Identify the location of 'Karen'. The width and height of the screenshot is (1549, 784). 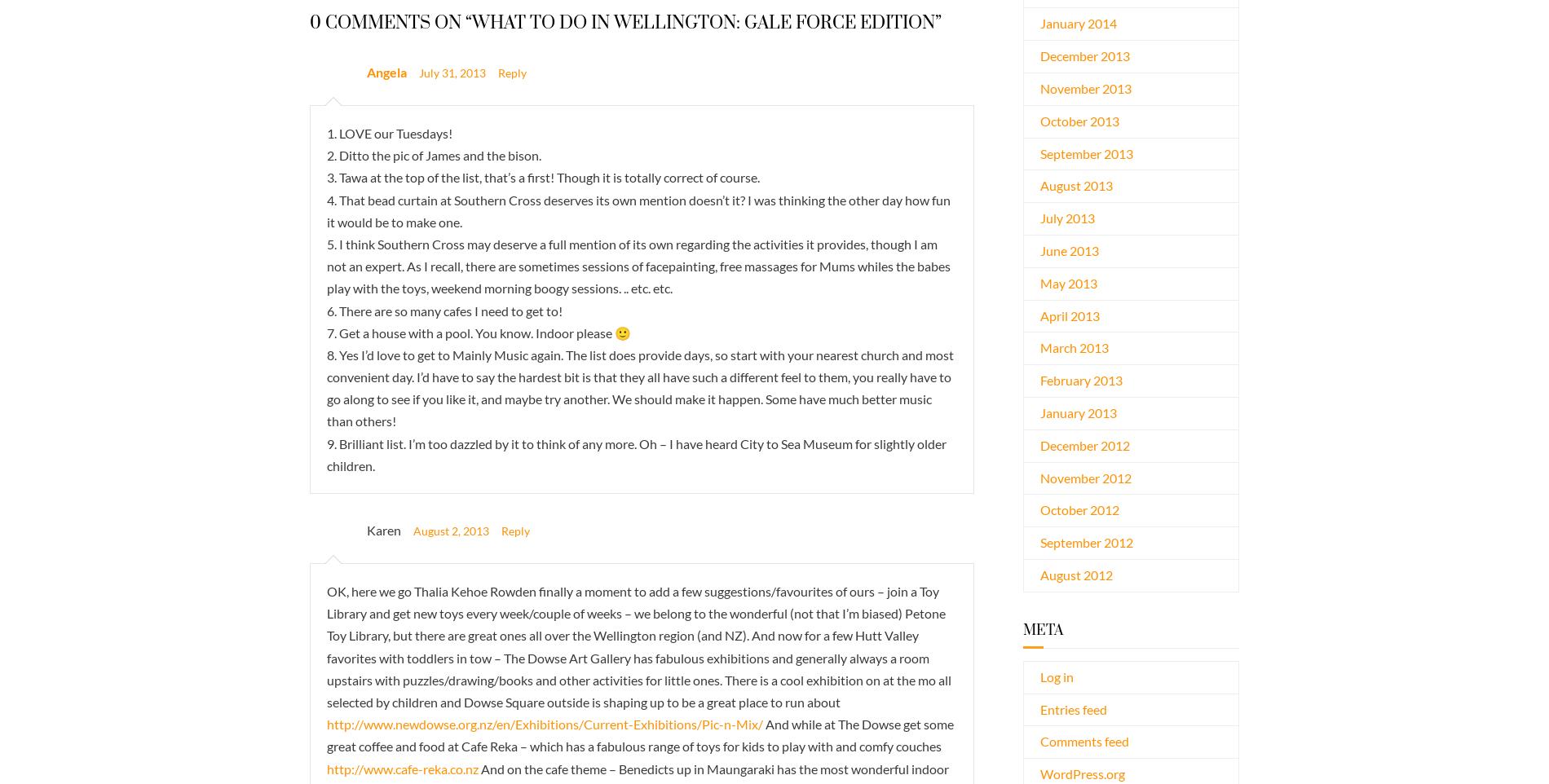
(383, 530).